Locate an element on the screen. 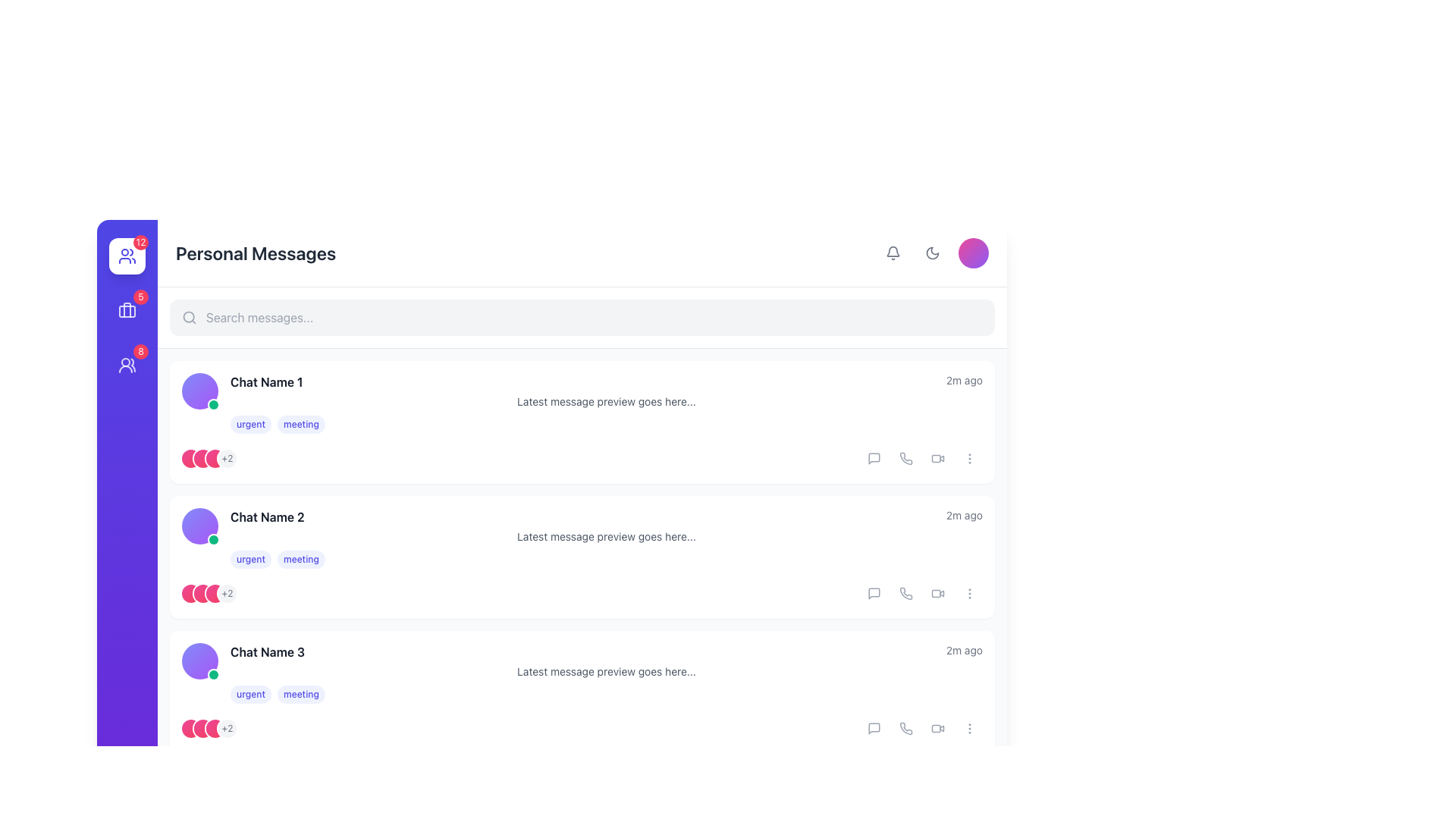 This screenshot has height=819, width=1456. the phone icon located is located at coordinates (906, 727).